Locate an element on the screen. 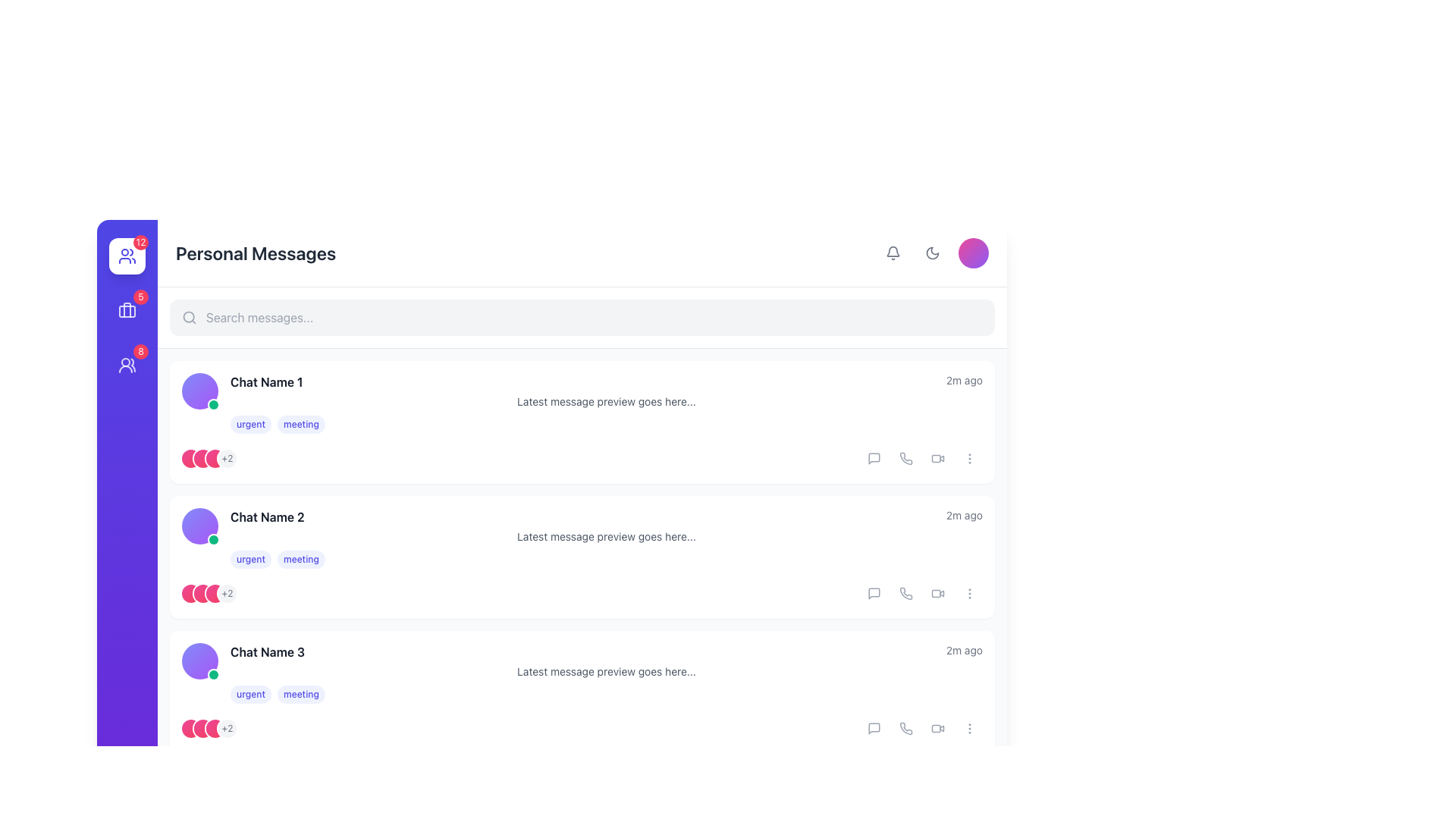 This screenshot has height=819, width=1456. the phone icon located is located at coordinates (906, 727).